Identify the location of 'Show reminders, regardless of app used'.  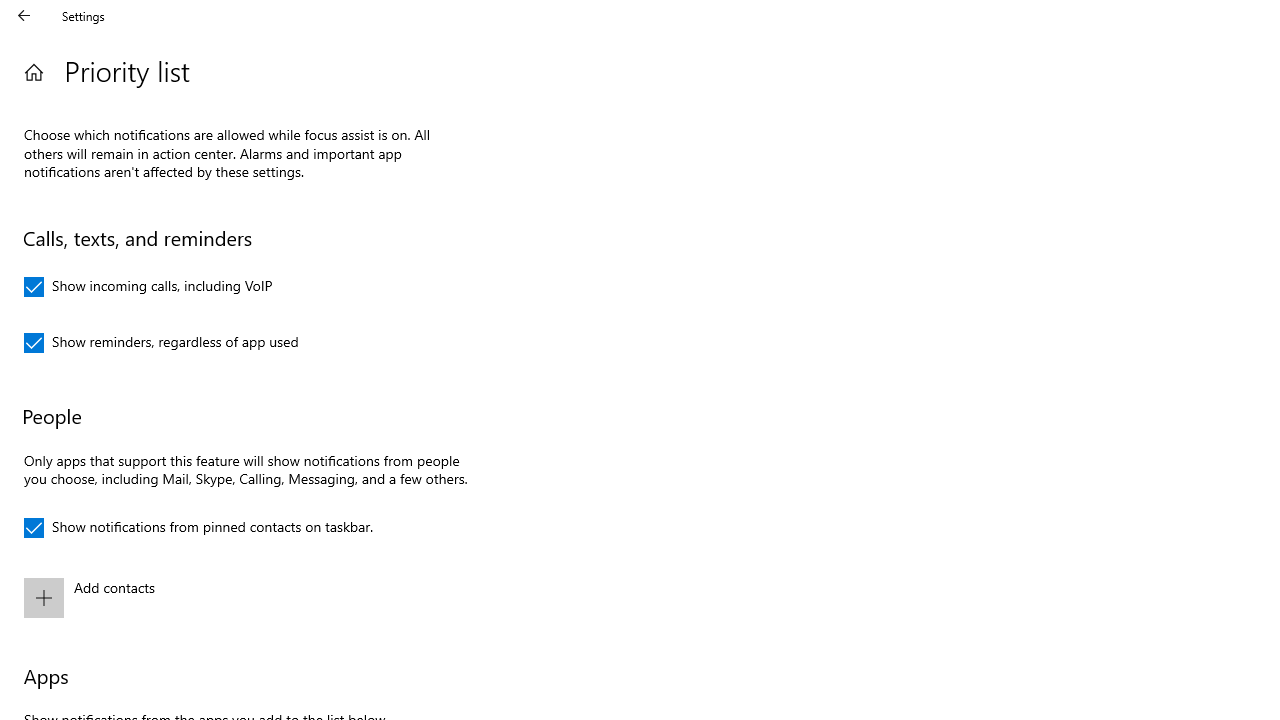
(161, 342).